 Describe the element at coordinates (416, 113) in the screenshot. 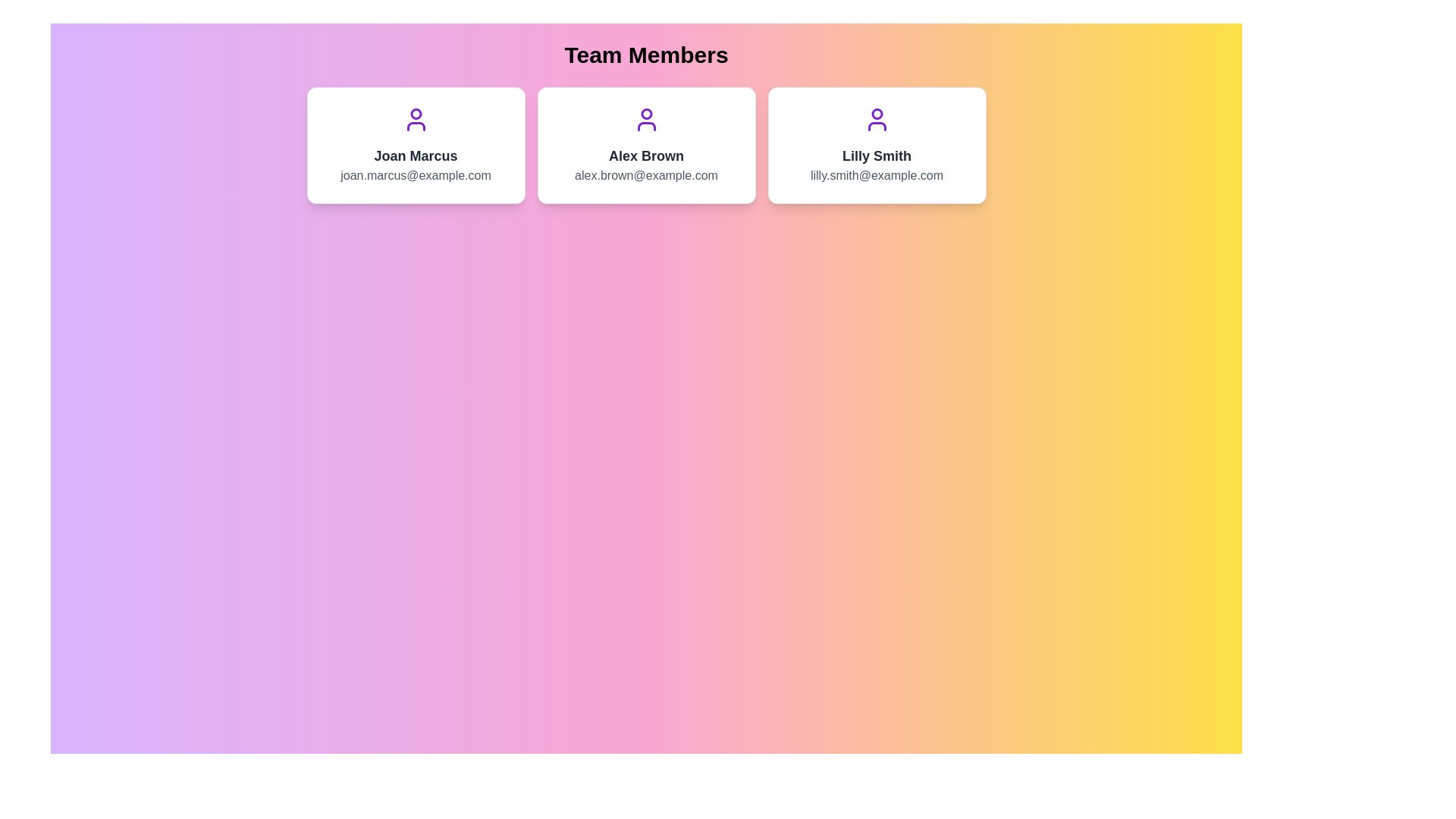

I see `the circular purple head icon of the person representing Joan Marcus in the first card under the 'Team Members' heading` at that location.